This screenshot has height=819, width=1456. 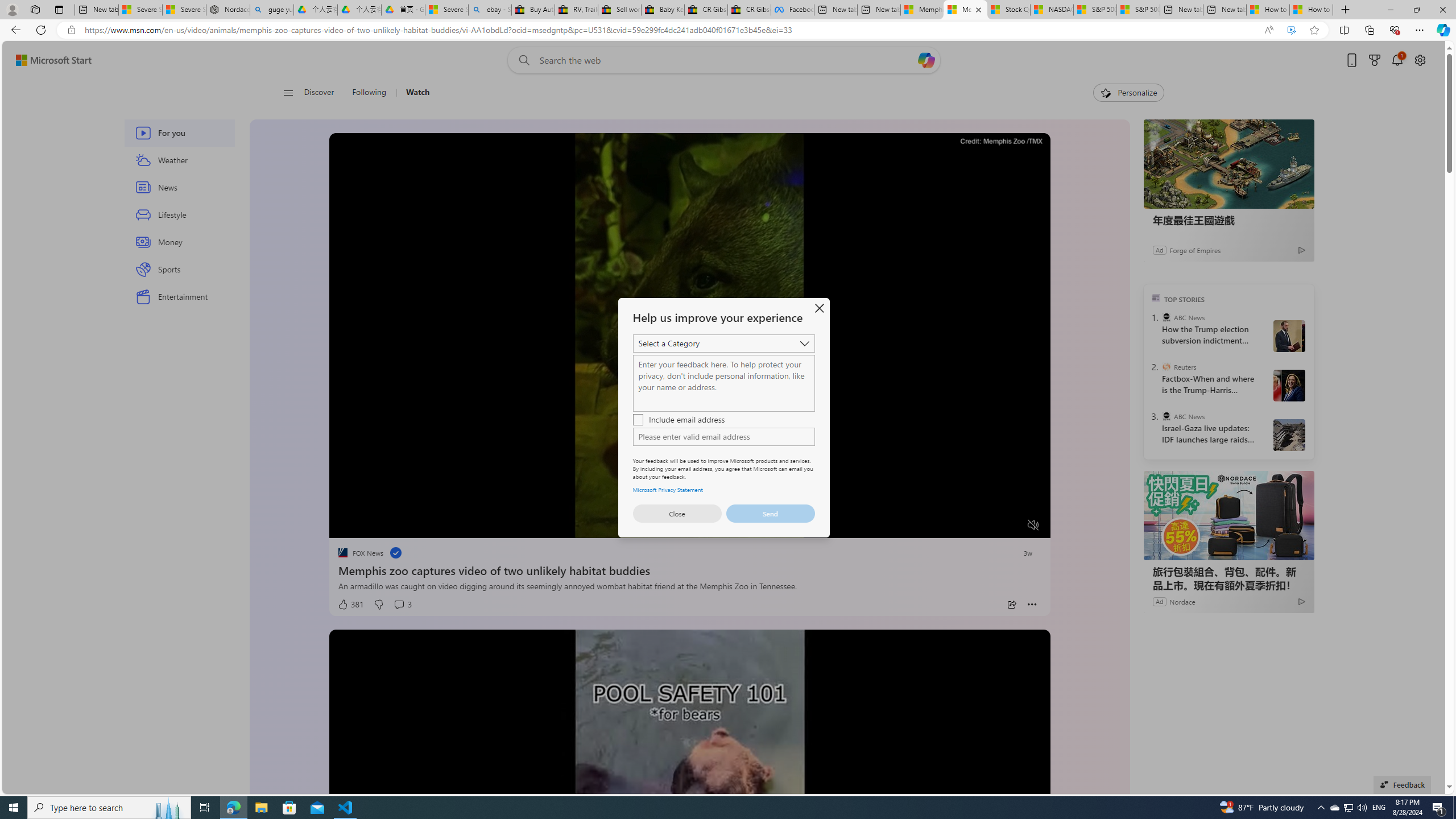 I want to click on 'Seek Forward', so click(x=391, y=525).